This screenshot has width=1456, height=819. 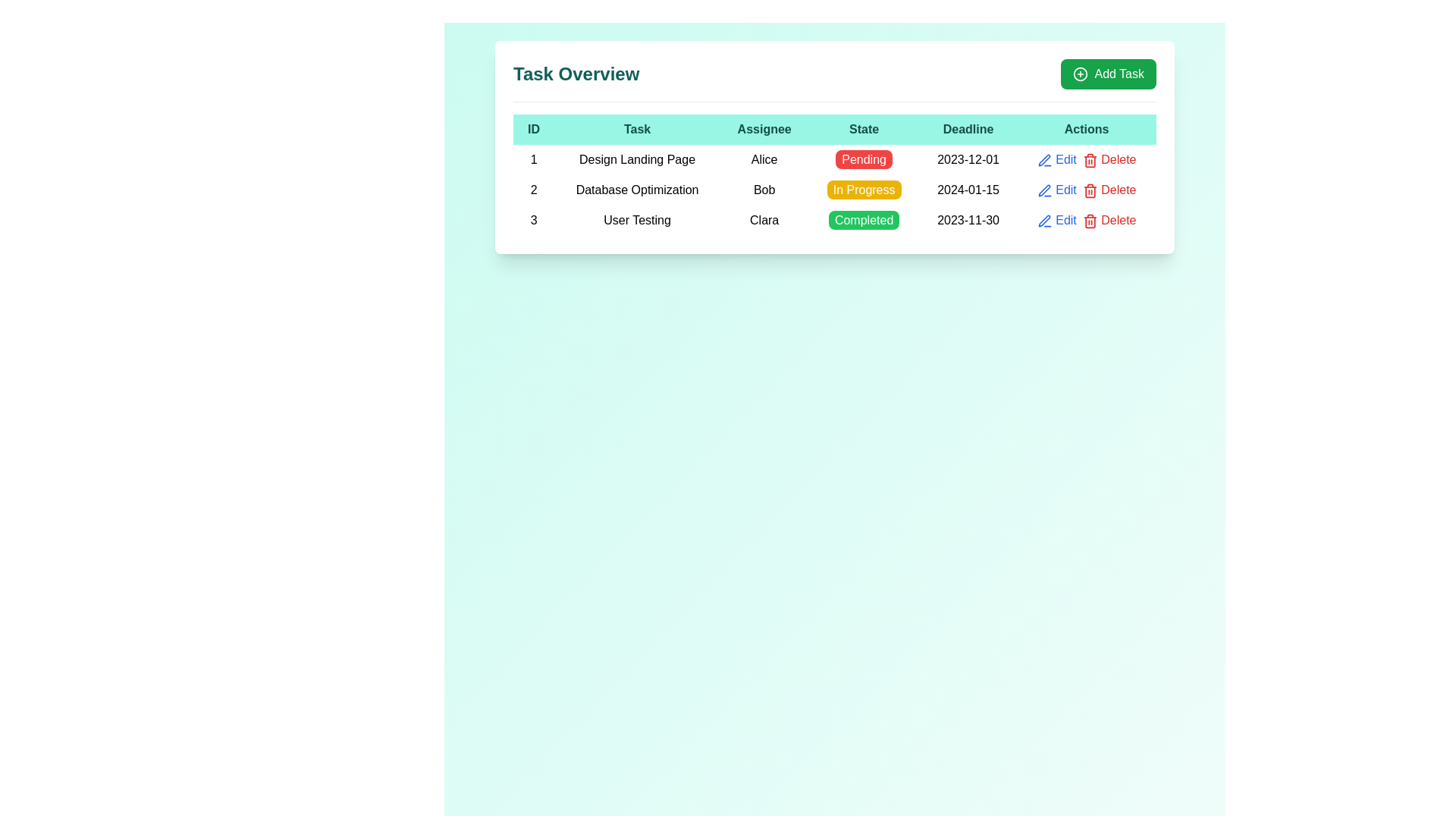 What do you see at coordinates (833, 160) in the screenshot?
I see `the 'Pending' status label in the first row of the table under 'Task Overview' to check the task state` at bounding box center [833, 160].